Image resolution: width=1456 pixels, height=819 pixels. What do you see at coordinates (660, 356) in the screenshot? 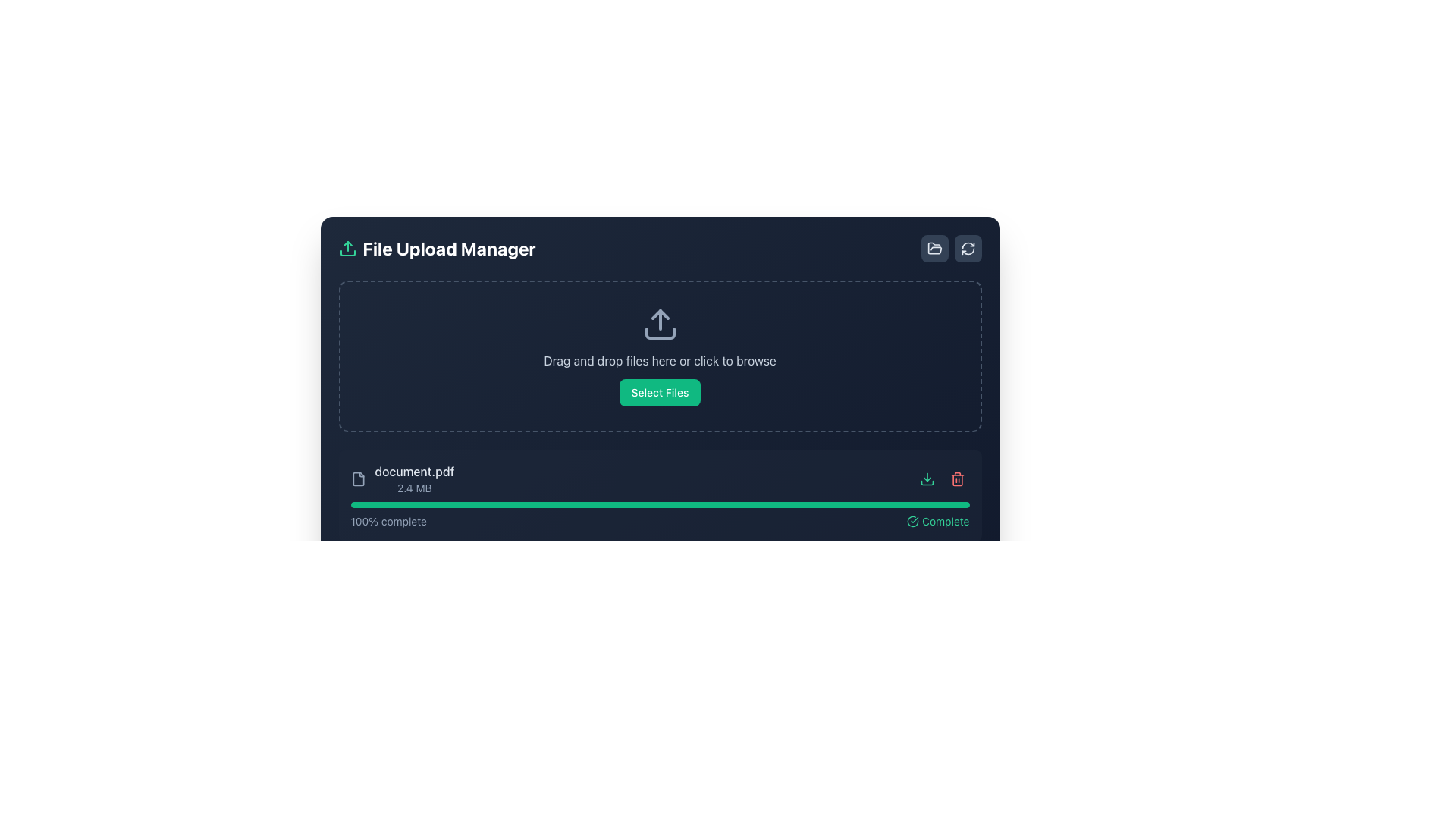
I see `the file upload area or accompanying button in the 'File Upload Manager'` at bounding box center [660, 356].